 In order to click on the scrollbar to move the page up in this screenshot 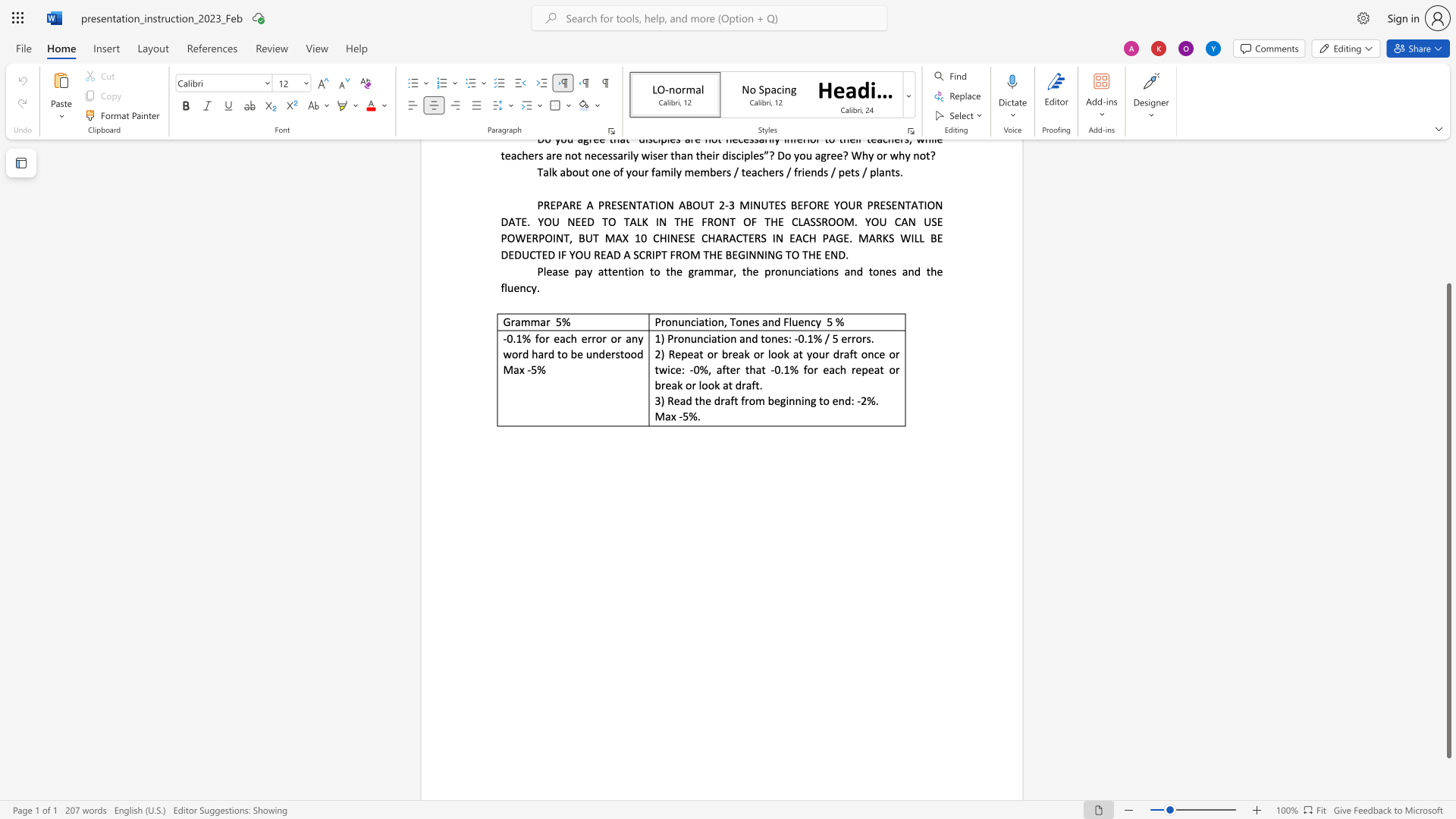, I will do `click(1448, 212)`.